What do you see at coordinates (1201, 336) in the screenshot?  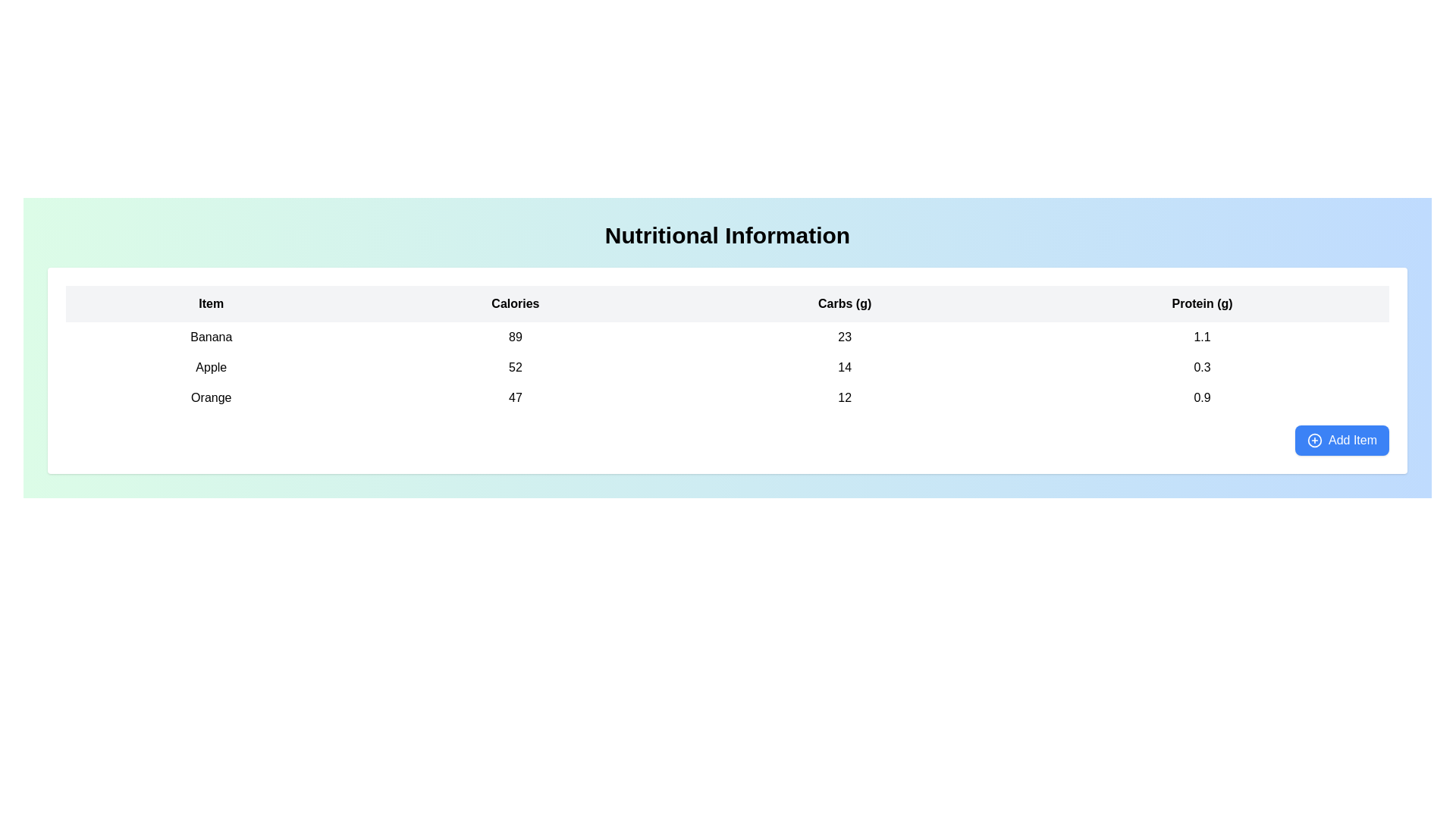 I see `the text label displaying '1.1' in the 'Protein (g)' column for the 'Banana' row, which is styled to be center-aligned and has padding applied` at bounding box center [1201, 336].